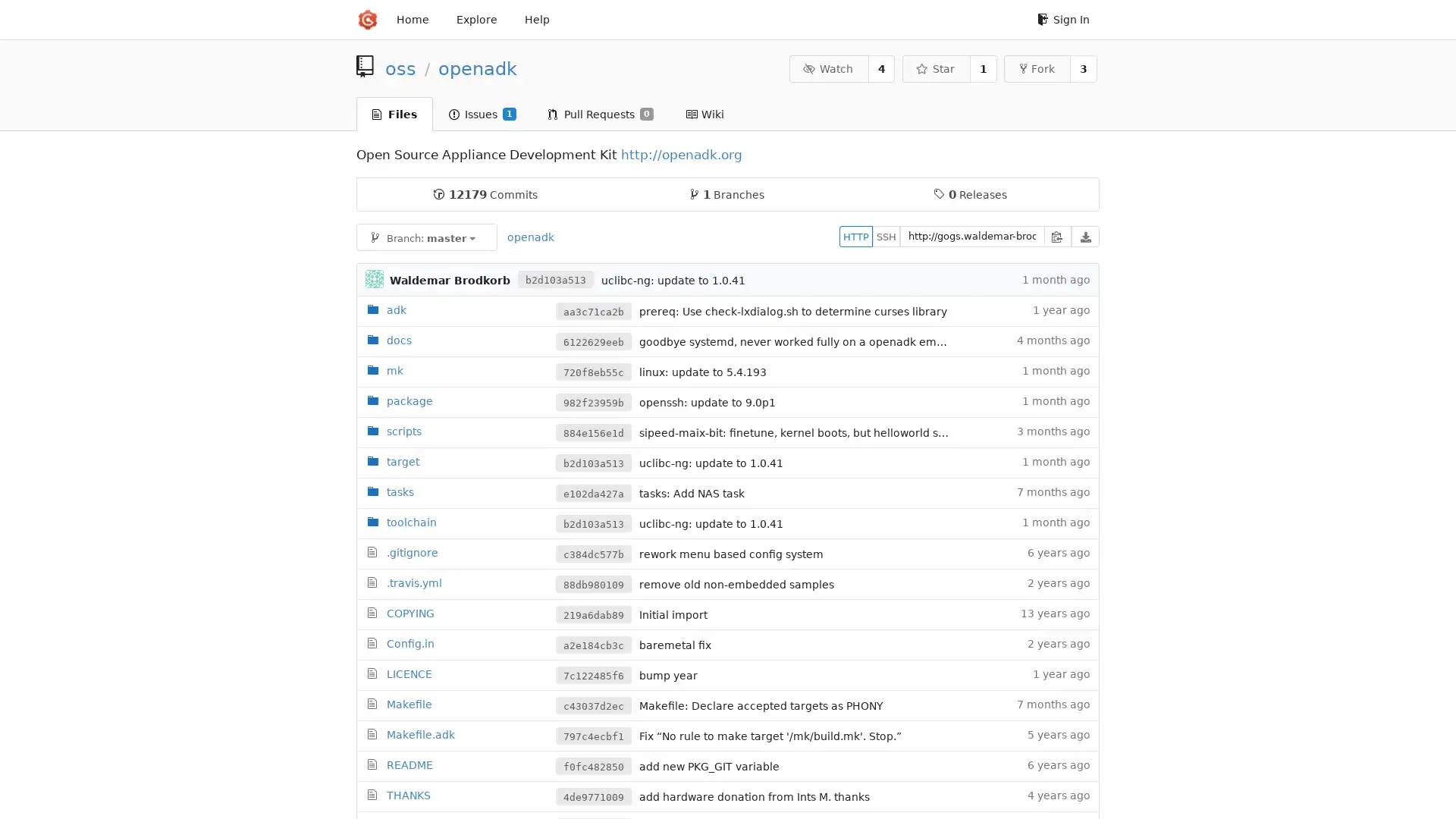  Describe the element at coordinates (828, 69) in the screenshot. I see `Watch` at that location.